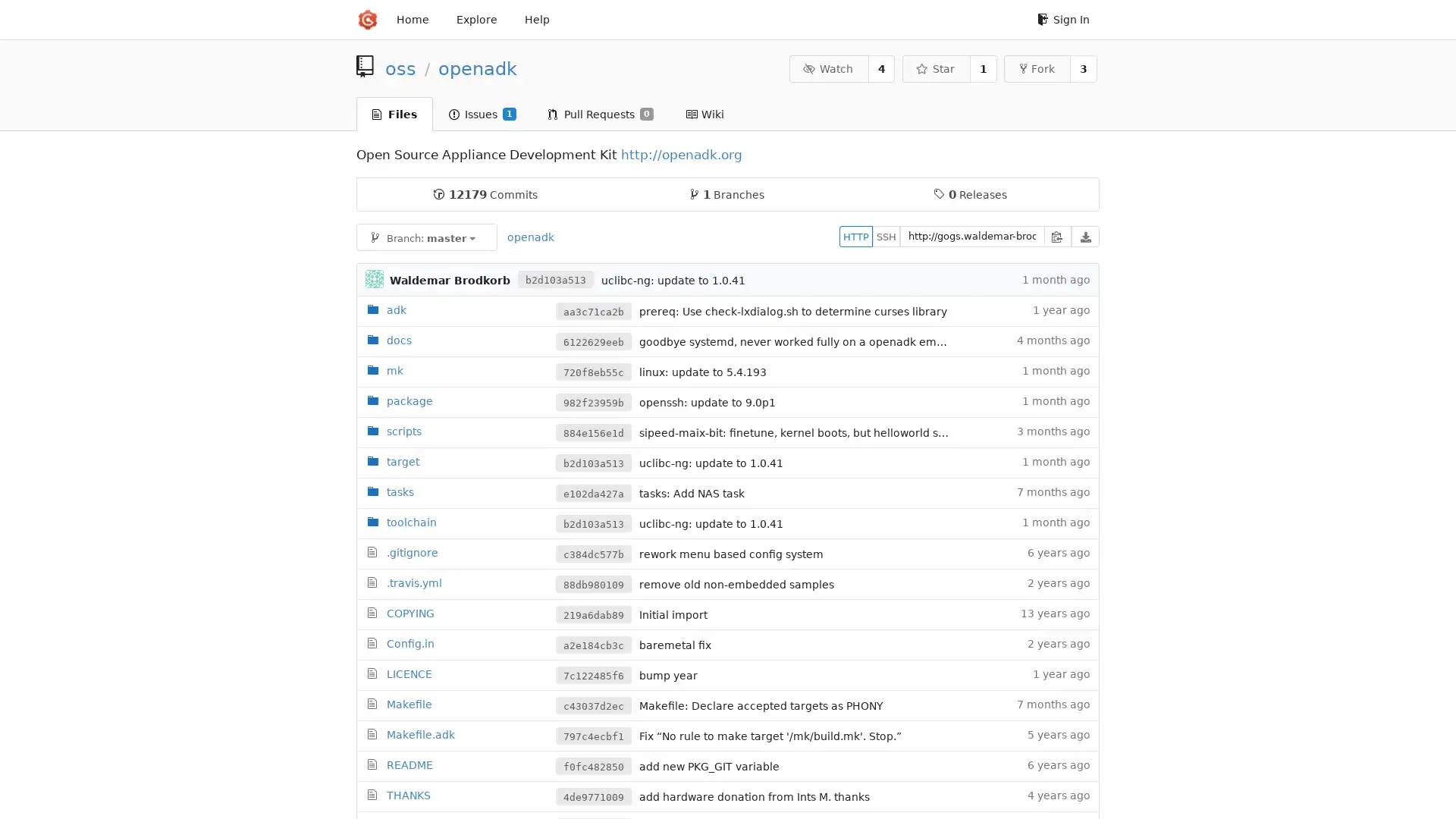  Describe the element at coordinates (828, 69) in the screenshot. I see `Watch` at that location.